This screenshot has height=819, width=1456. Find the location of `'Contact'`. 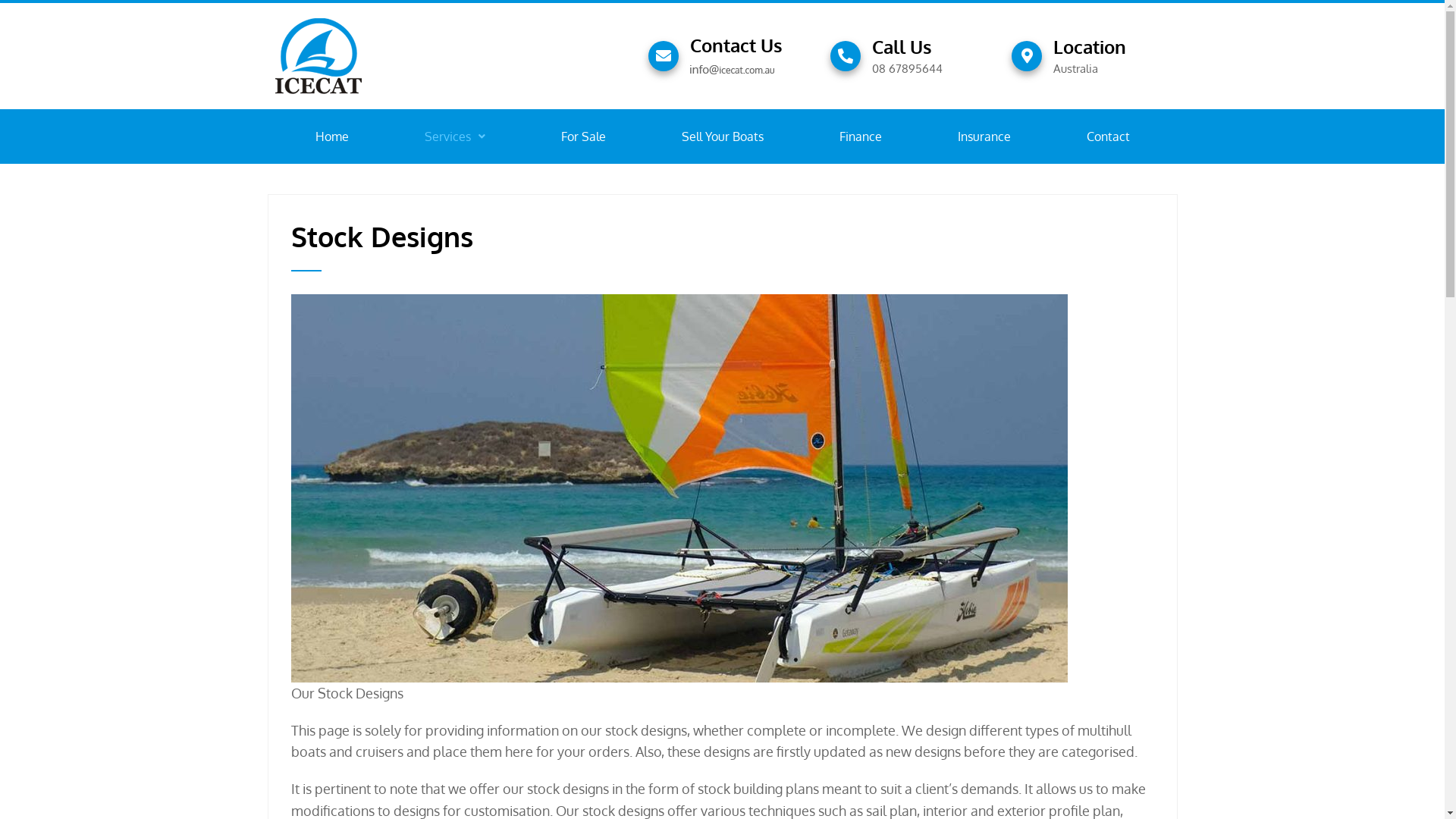

'Contact' is located at coordinates (1107, 136).